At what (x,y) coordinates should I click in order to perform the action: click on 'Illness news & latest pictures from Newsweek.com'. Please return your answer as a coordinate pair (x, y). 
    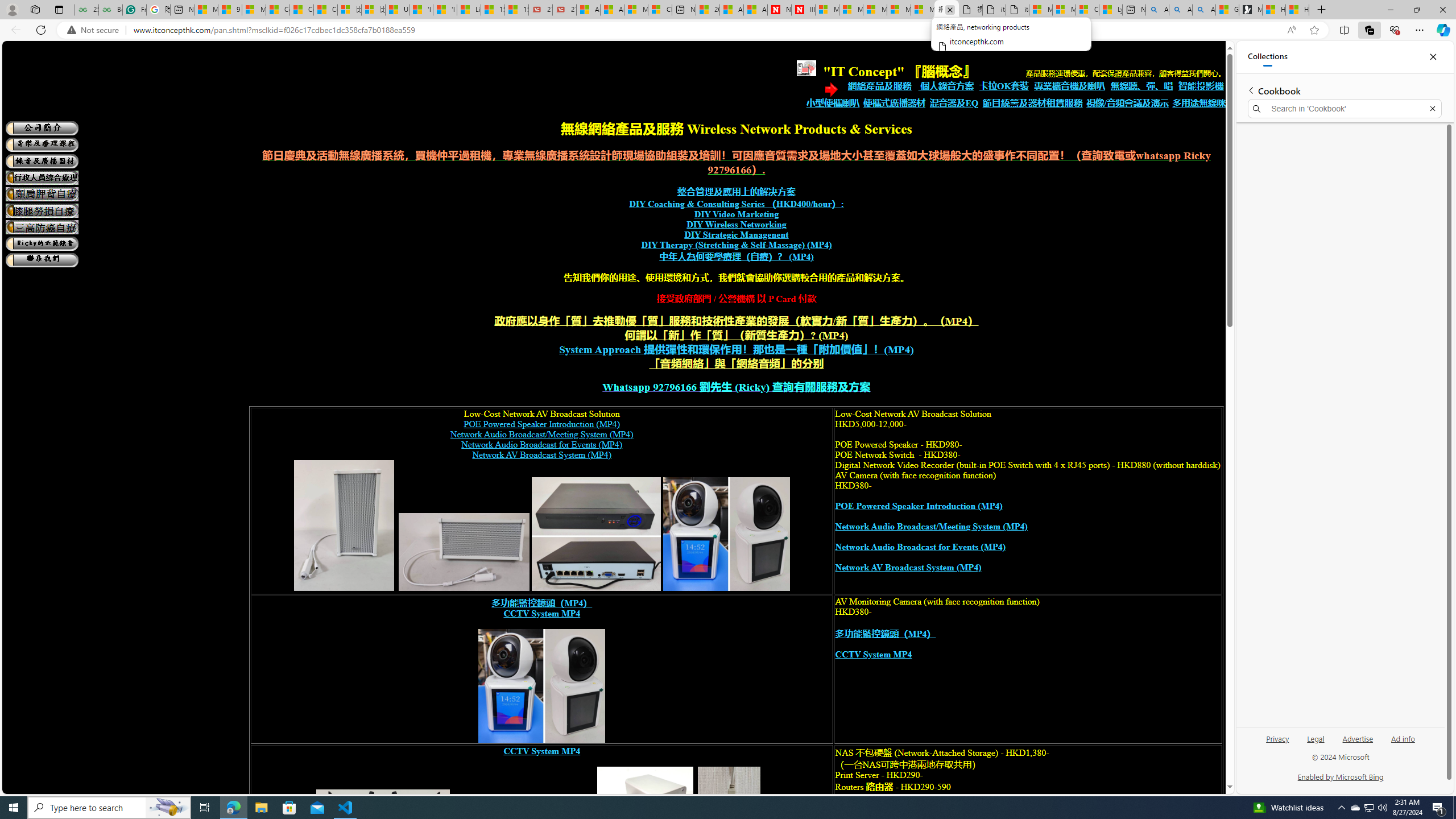
    Looking at the image, I should click on (802, 9).